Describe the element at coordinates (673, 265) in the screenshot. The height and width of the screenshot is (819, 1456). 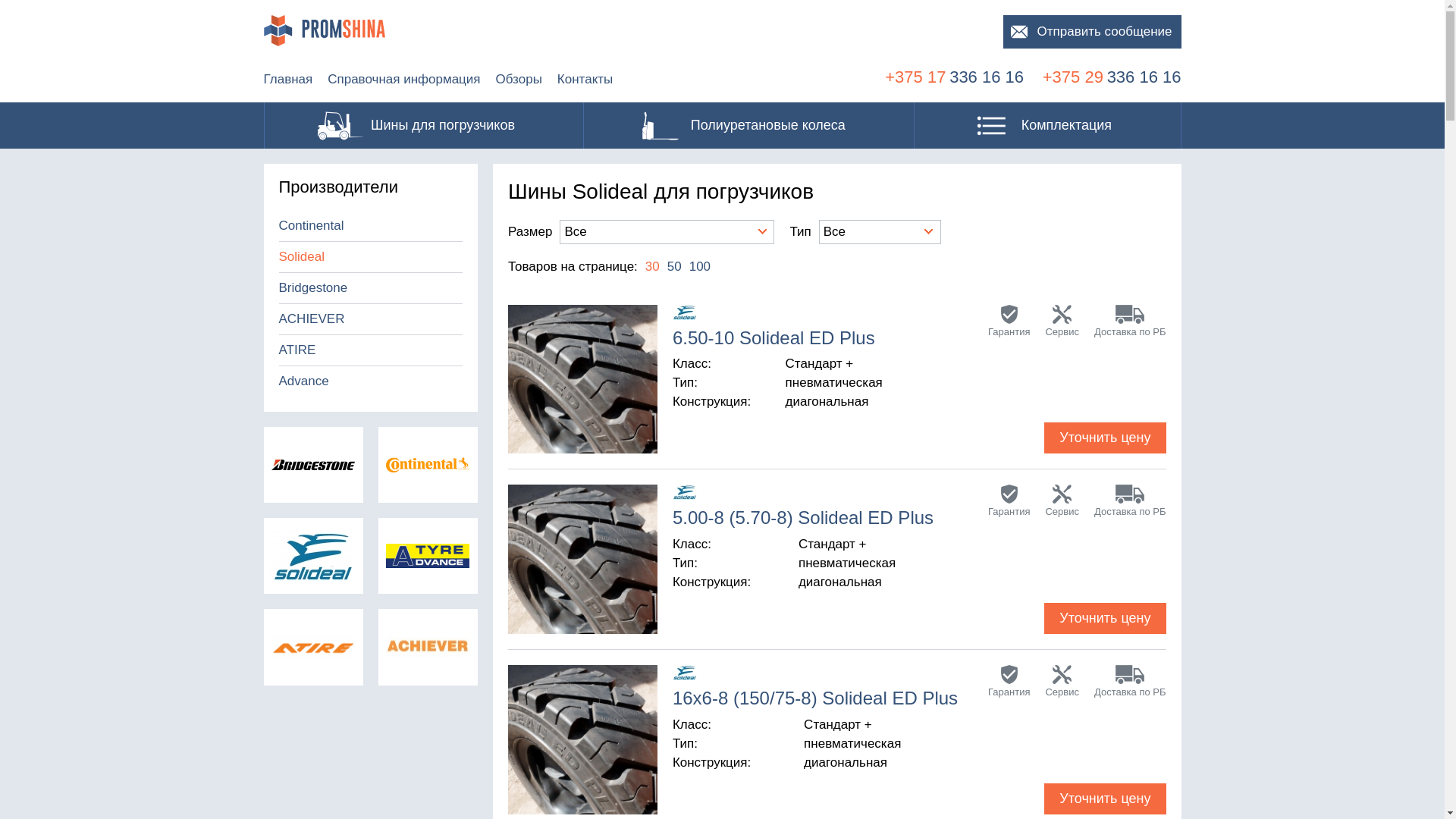
I see `'50'` at that location.